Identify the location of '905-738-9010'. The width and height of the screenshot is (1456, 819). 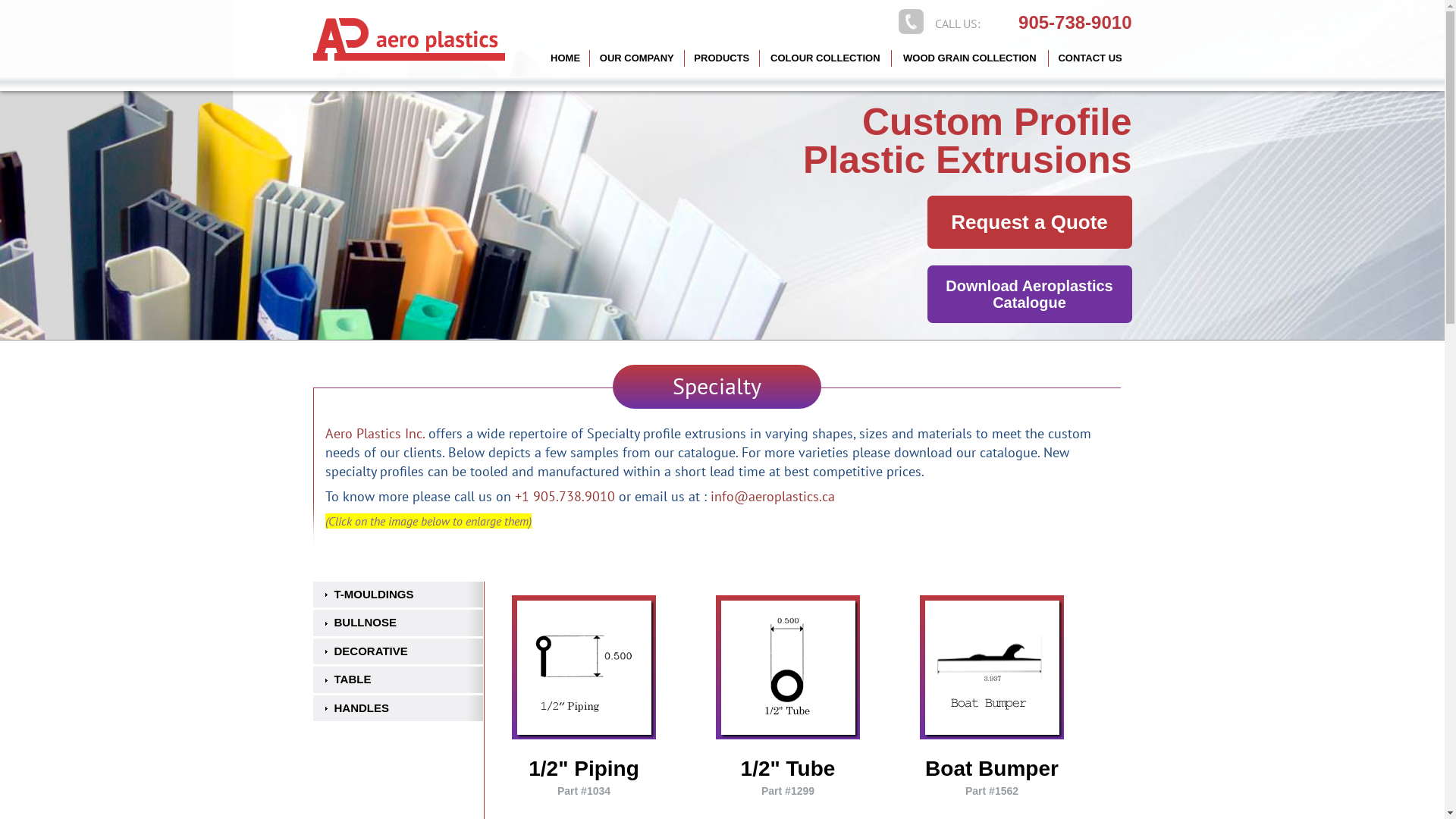
(1018, 23).